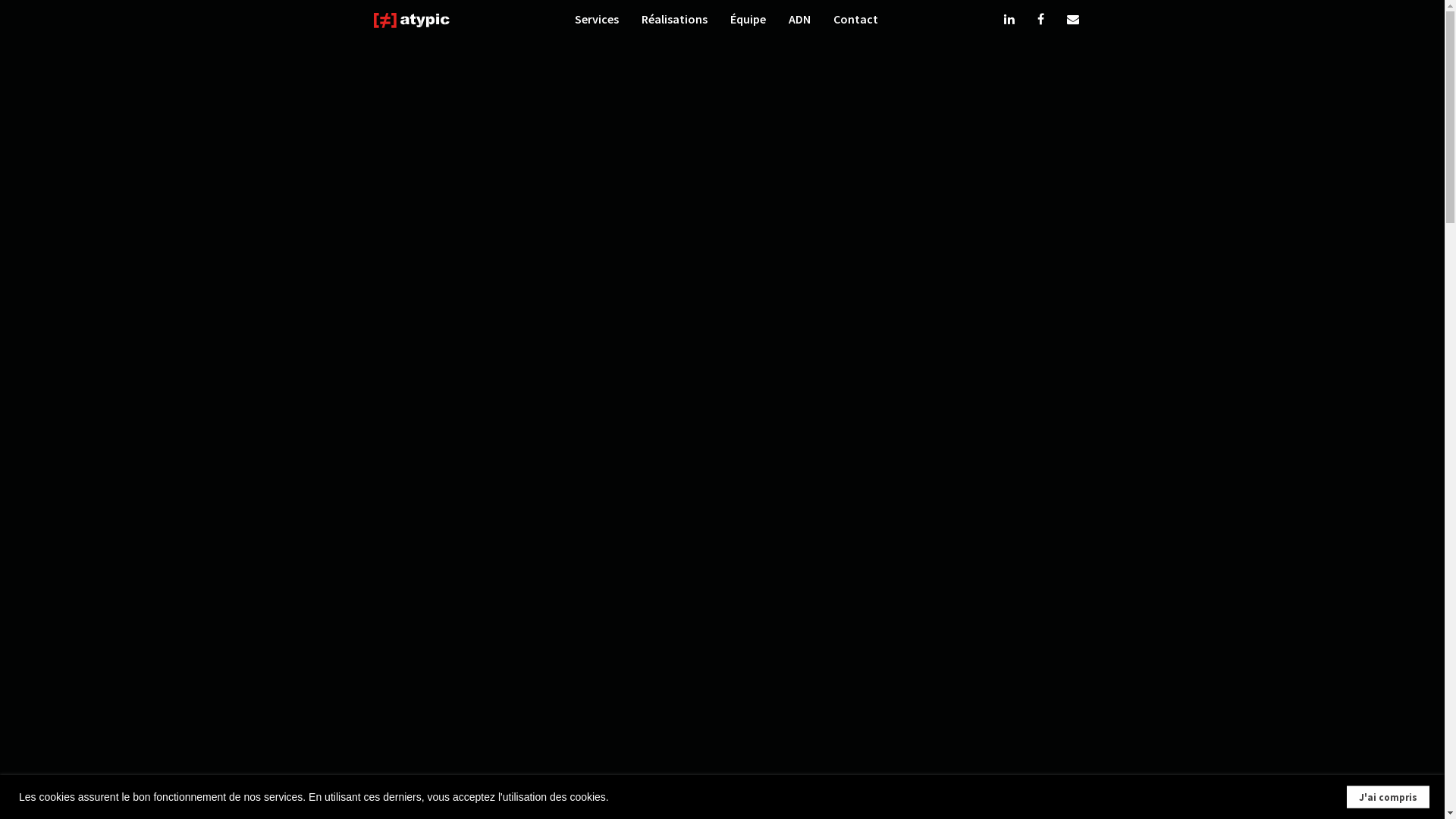 The width and height of the screenshot is (1456, 819). What do you see at coordinates (596, 20) in the screenshot?
I see `'Services'` at bounding box center [596, 20].